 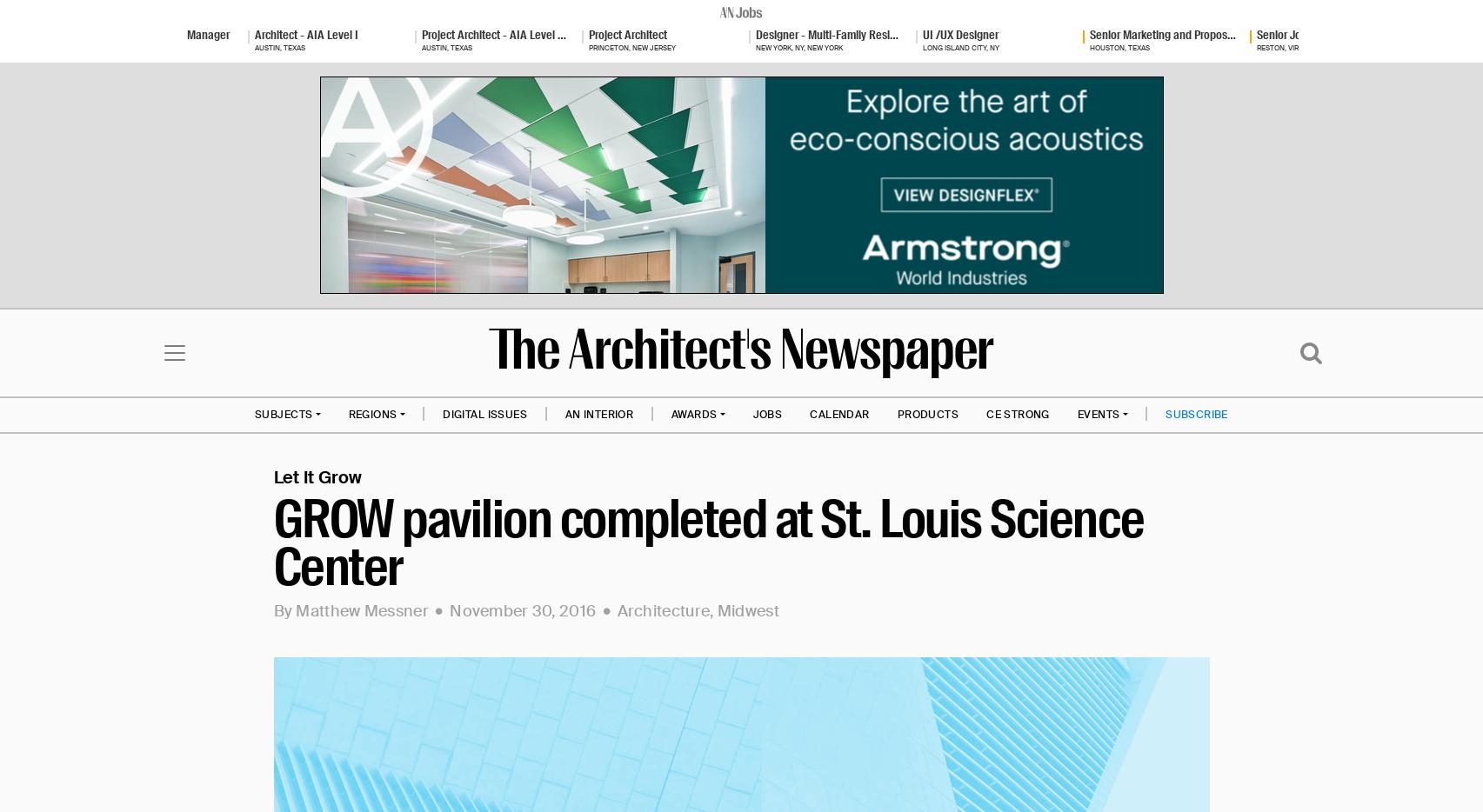 What do you see at coordinates (371, 412) in the screenshot?
I see `'REGIONS'` at bounding box center [371, 412].